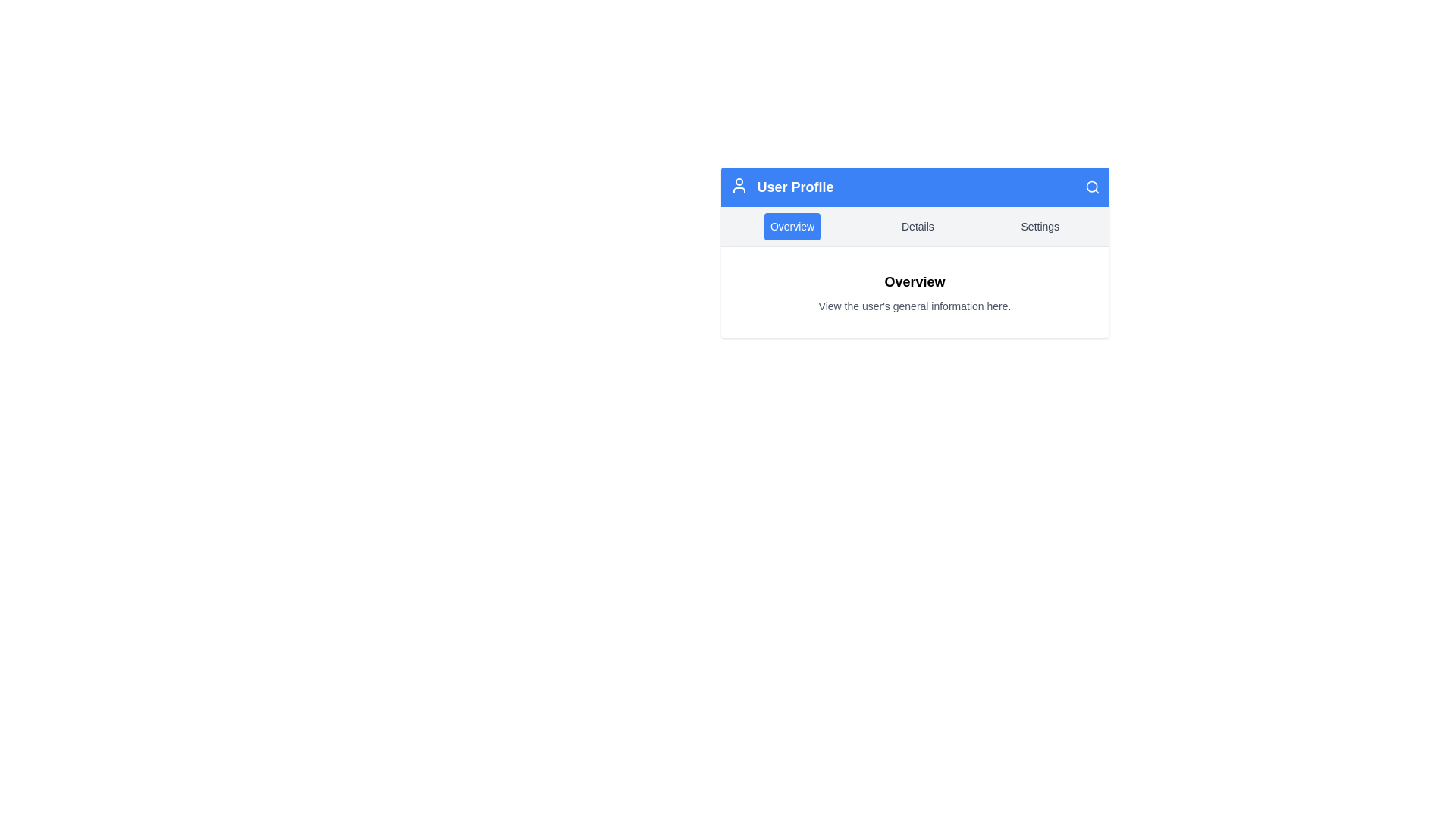 This screenshot has height=819, width=1456. Describe the element at coordinates (739, 185) in the screenshot. I see `the minimalist outlined user profile icon located to the left of the 'User Profile' text in the blue header section` at that location.